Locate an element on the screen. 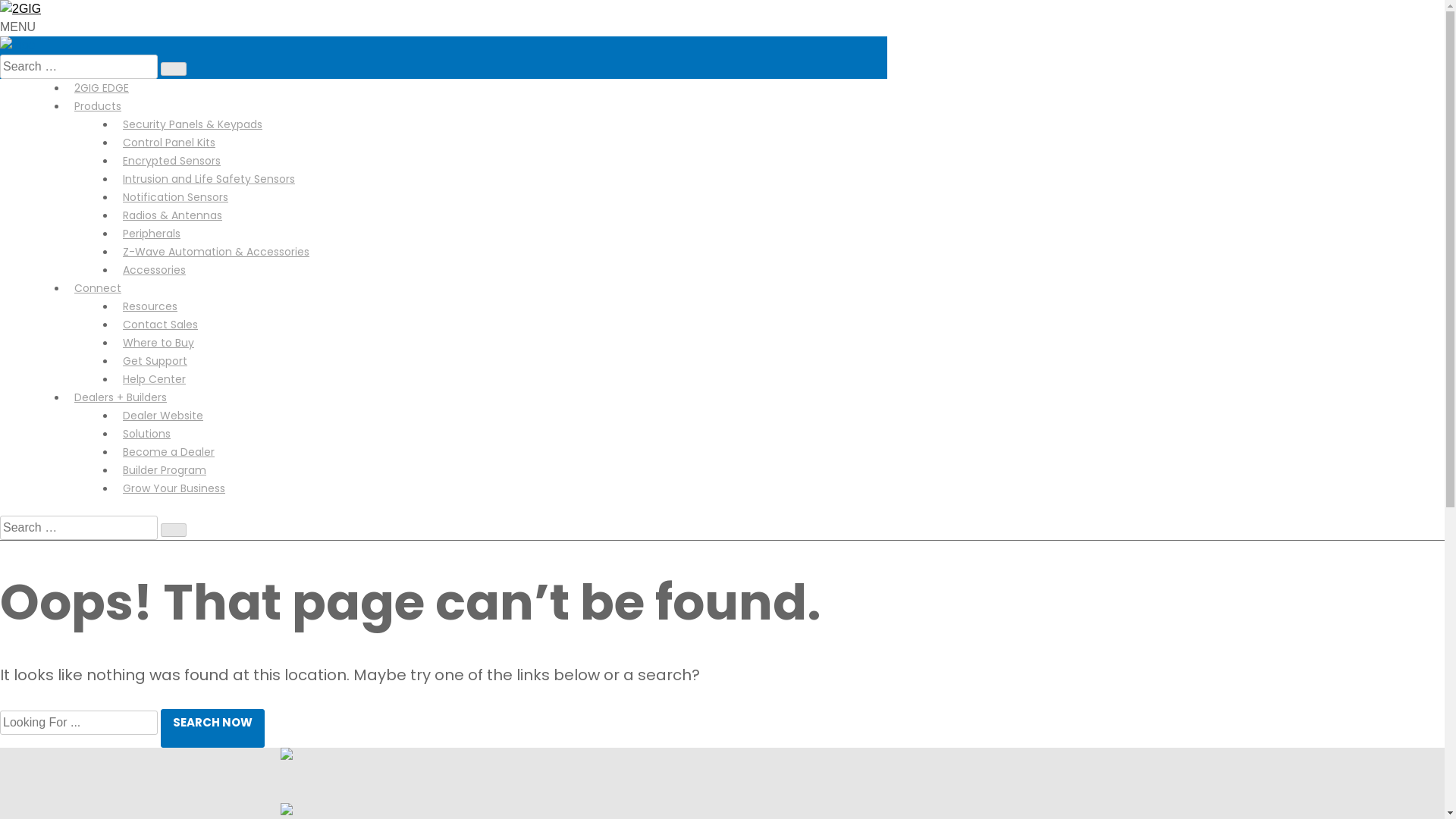  'Peripherals' is located at coordinates (115, 234).